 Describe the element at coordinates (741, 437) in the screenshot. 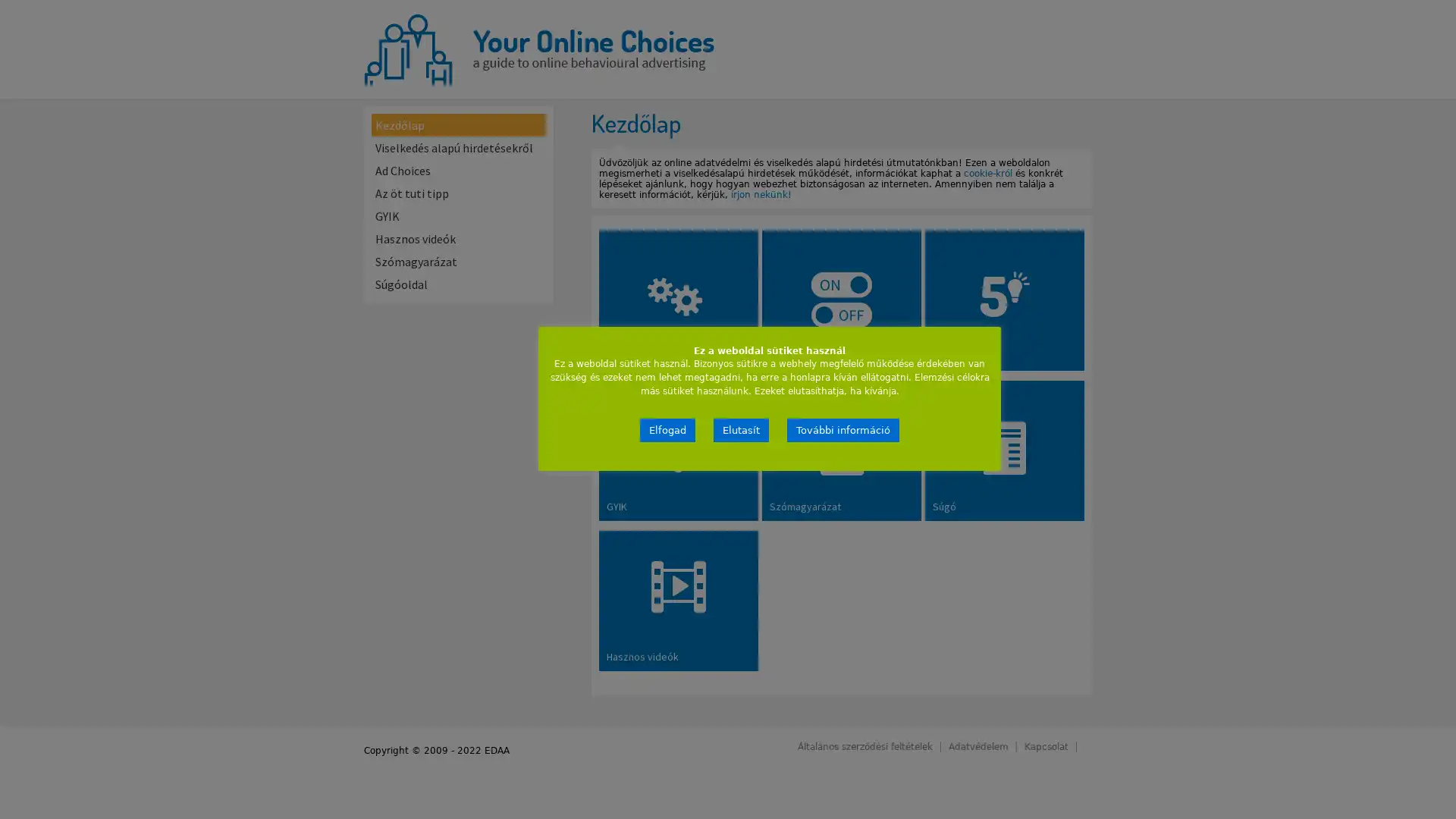

I see `Elutasit` at that location.